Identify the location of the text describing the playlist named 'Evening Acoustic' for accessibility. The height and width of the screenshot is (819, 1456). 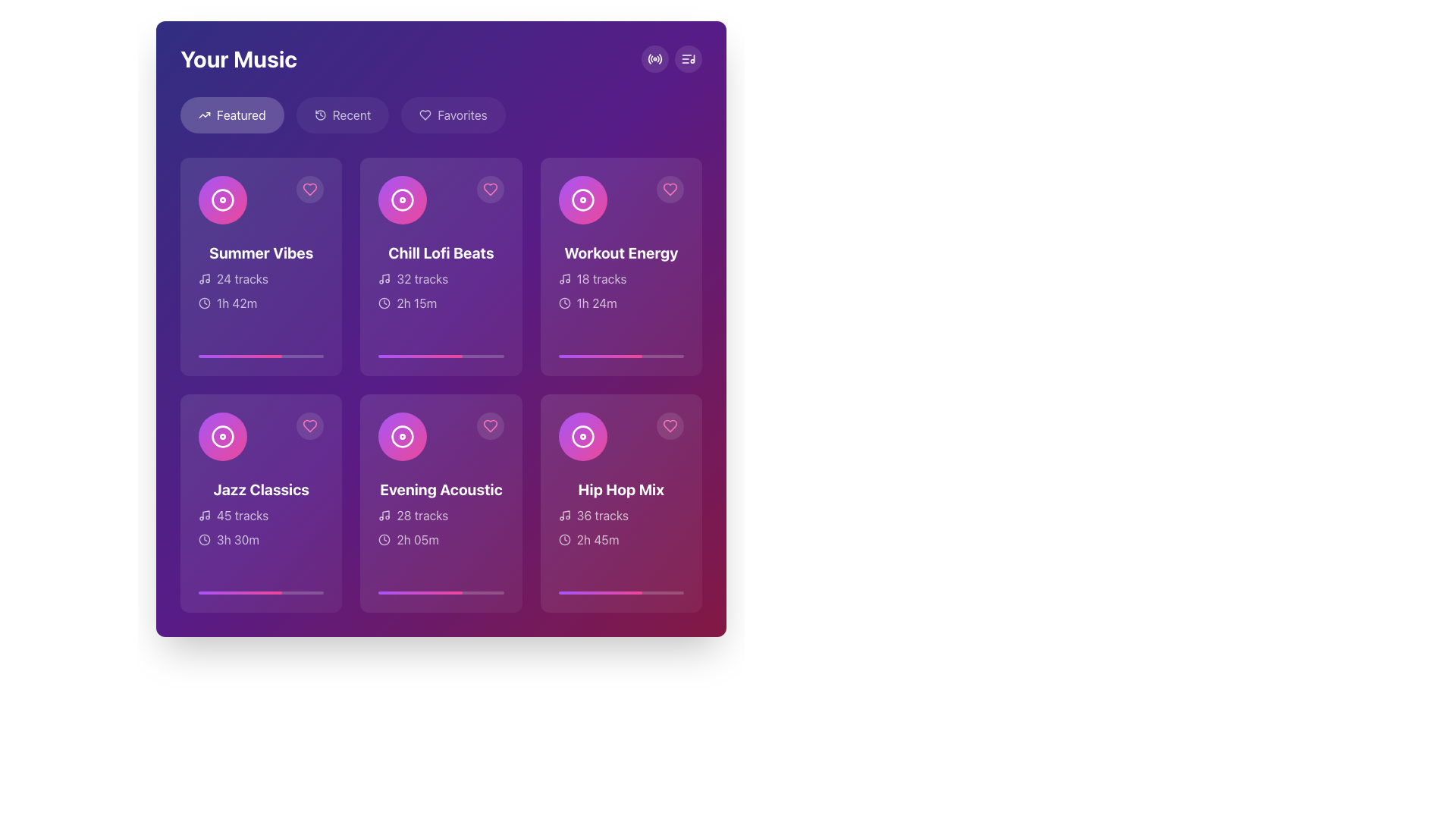
(440, 513).